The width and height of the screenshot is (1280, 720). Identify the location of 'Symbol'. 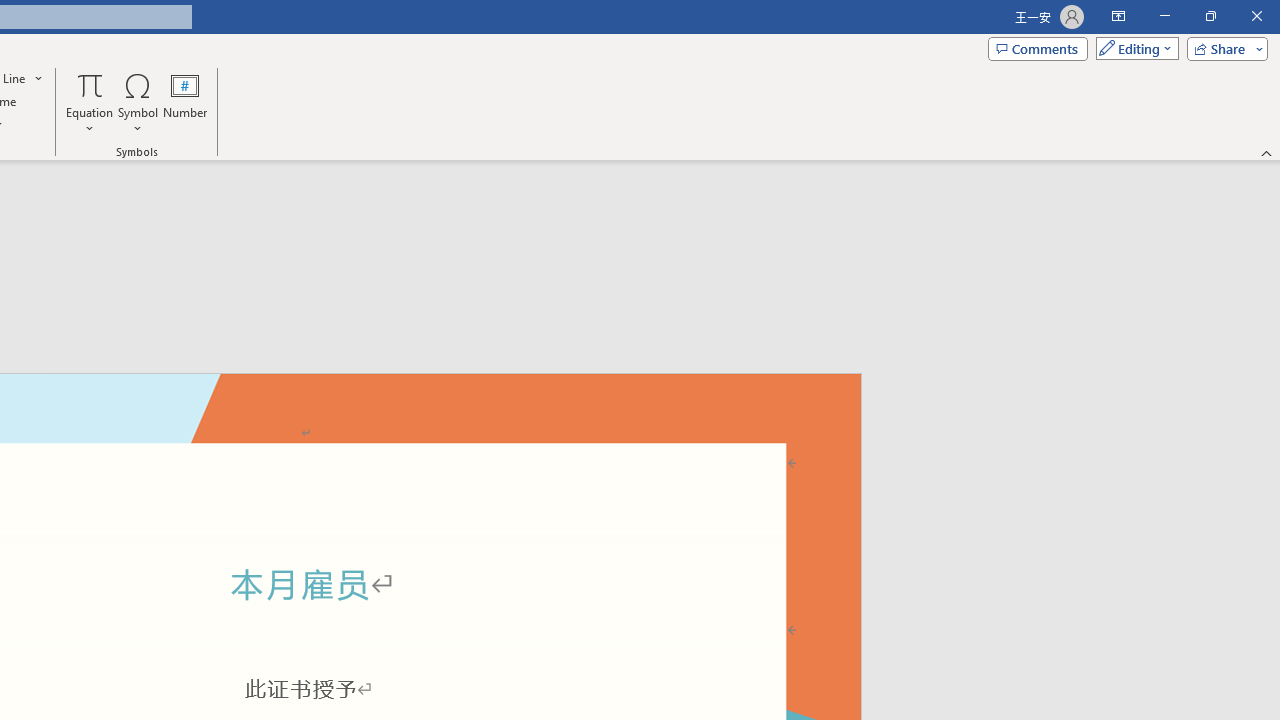
(137, 103).